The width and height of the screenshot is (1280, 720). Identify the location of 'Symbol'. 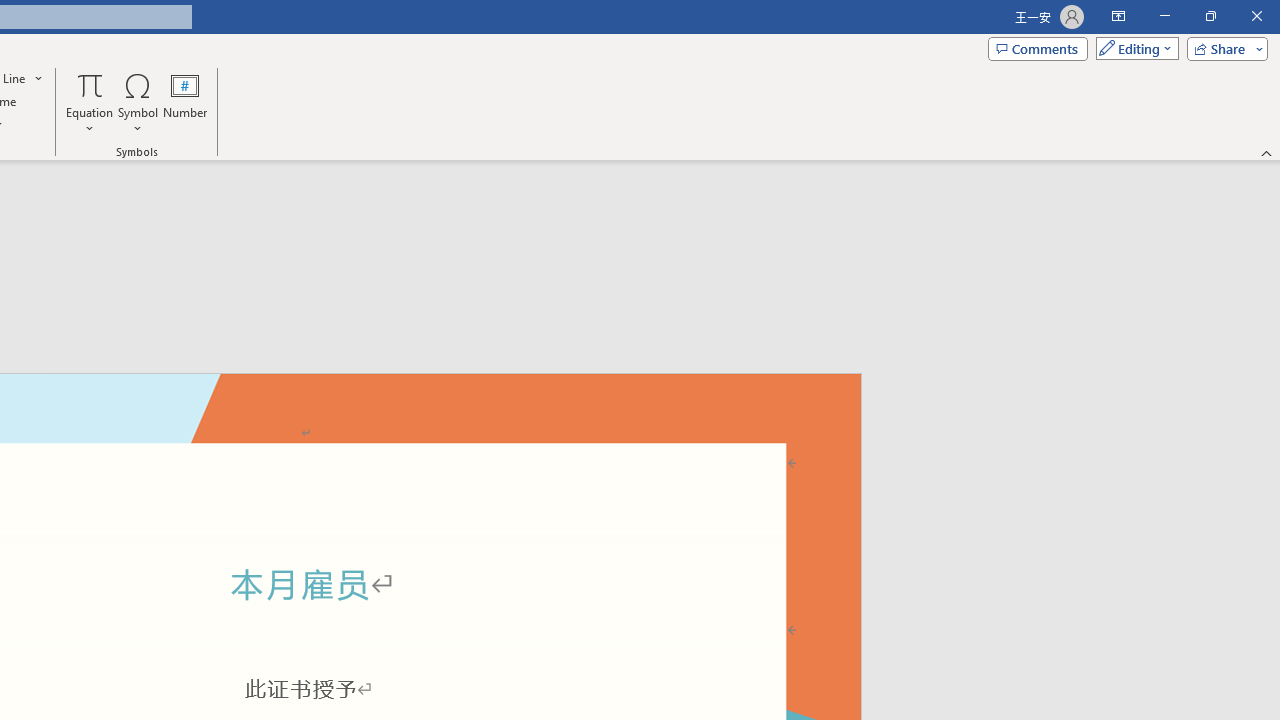
(137, 103).